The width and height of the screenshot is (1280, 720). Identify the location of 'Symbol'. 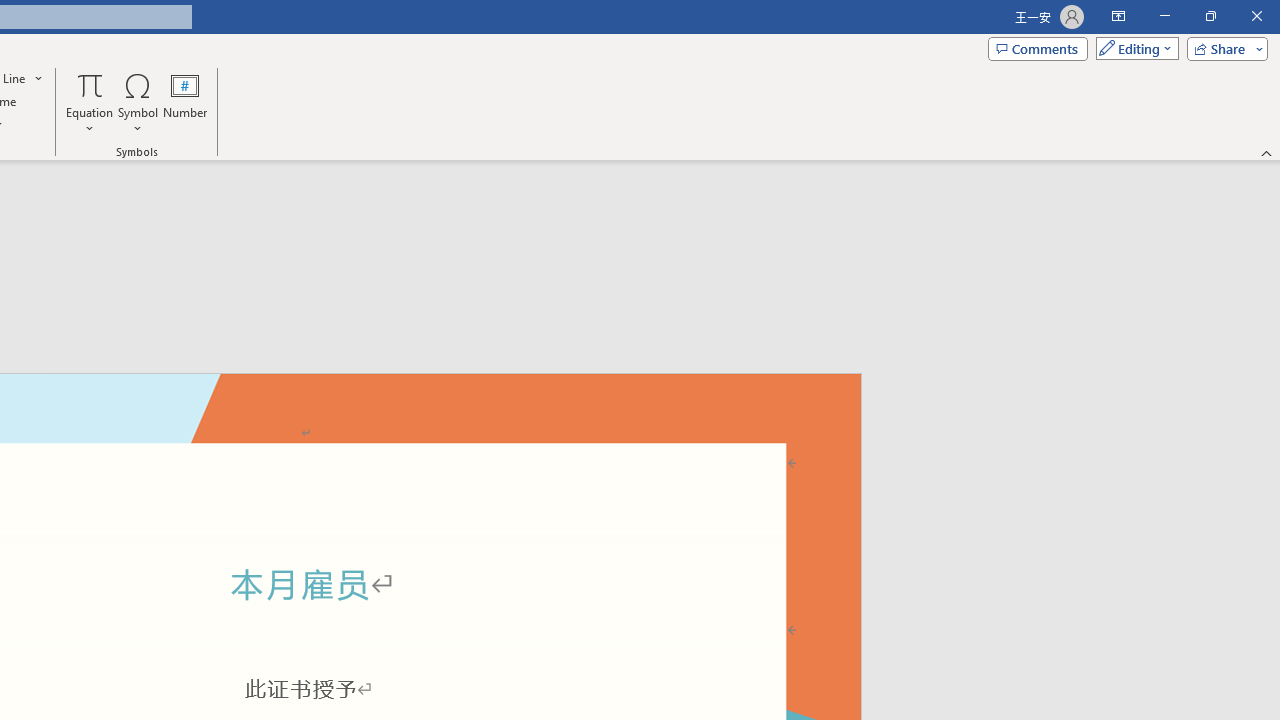
(137, 103).